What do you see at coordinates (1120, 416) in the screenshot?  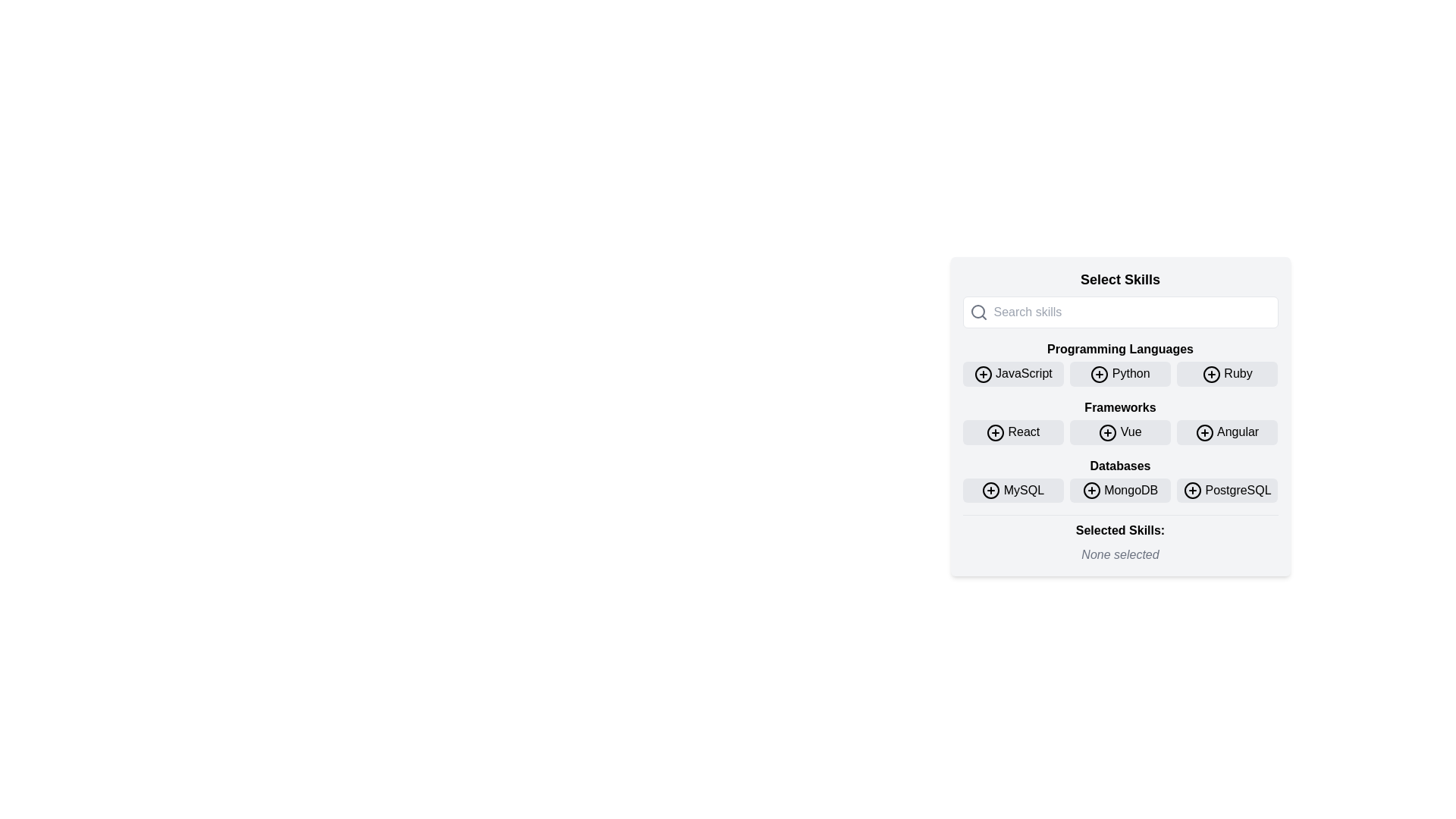 I see `the interactive button component` at bounding box center [1120, 416].